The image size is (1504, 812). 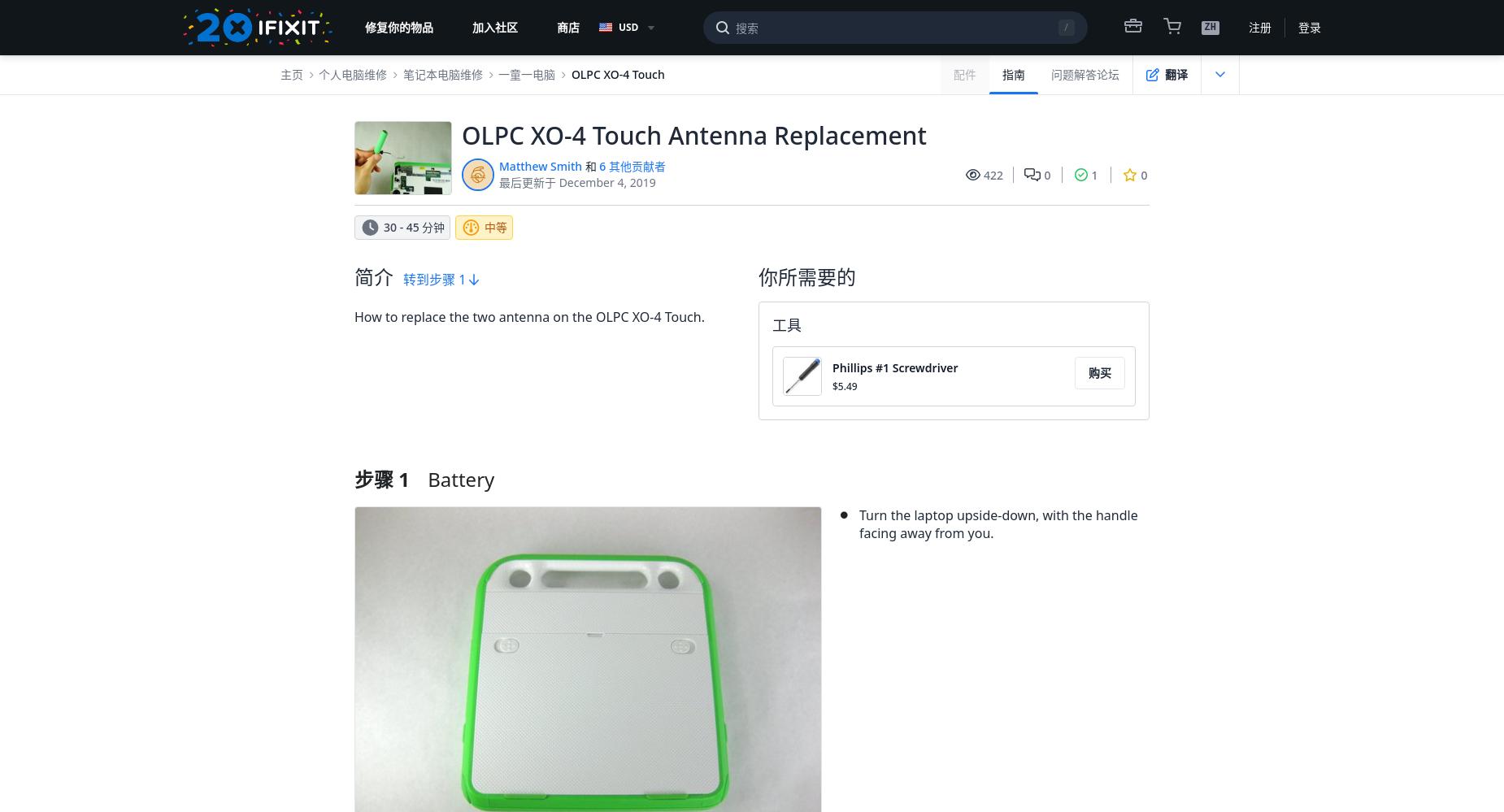 What do you see at coordinates (843, 385) in the screenshot?
I see `'$5.49'` at bounding box center [843, 385].